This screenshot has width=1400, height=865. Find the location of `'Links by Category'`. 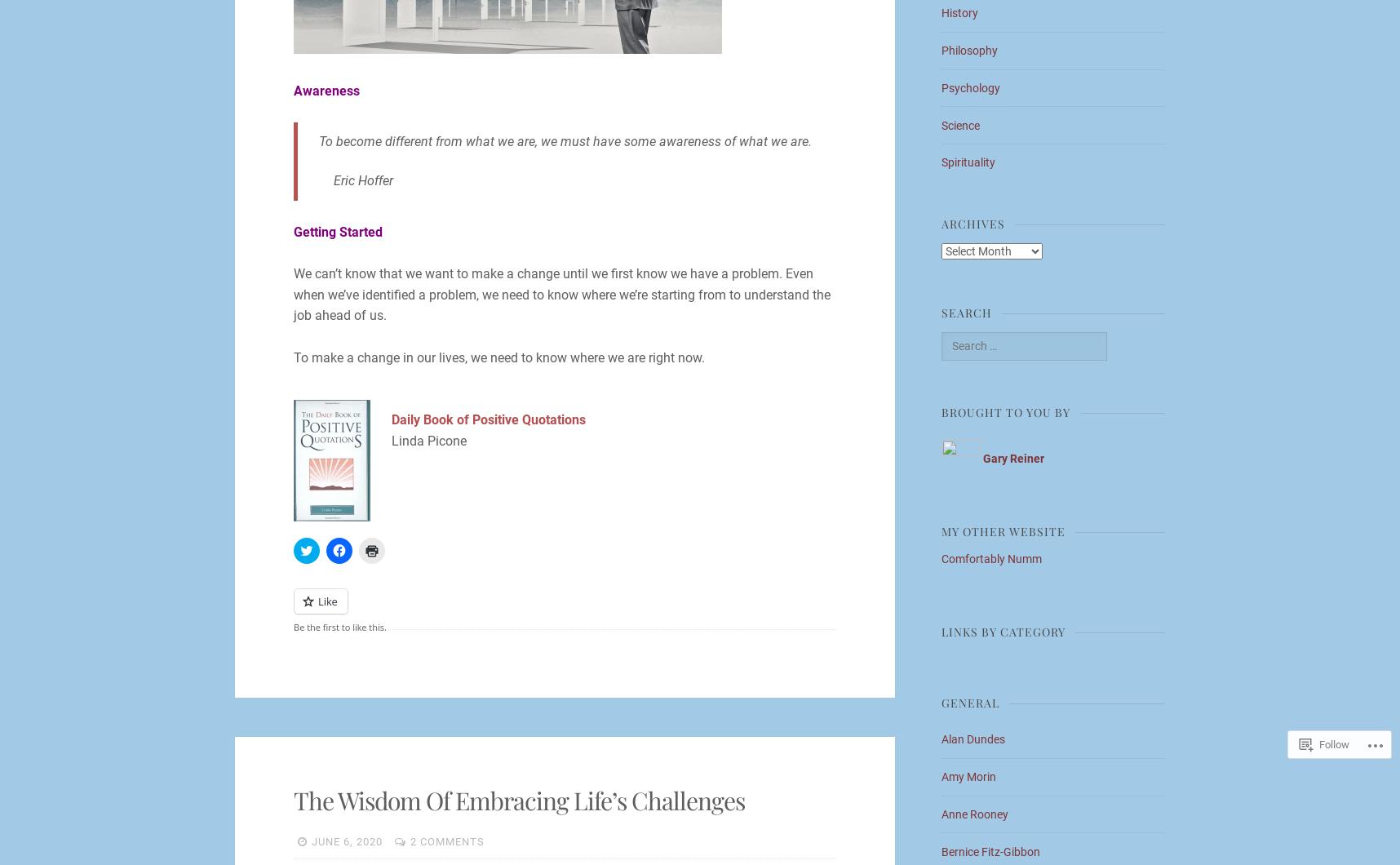

'Links by Category' is located at coordinates (941, 630).